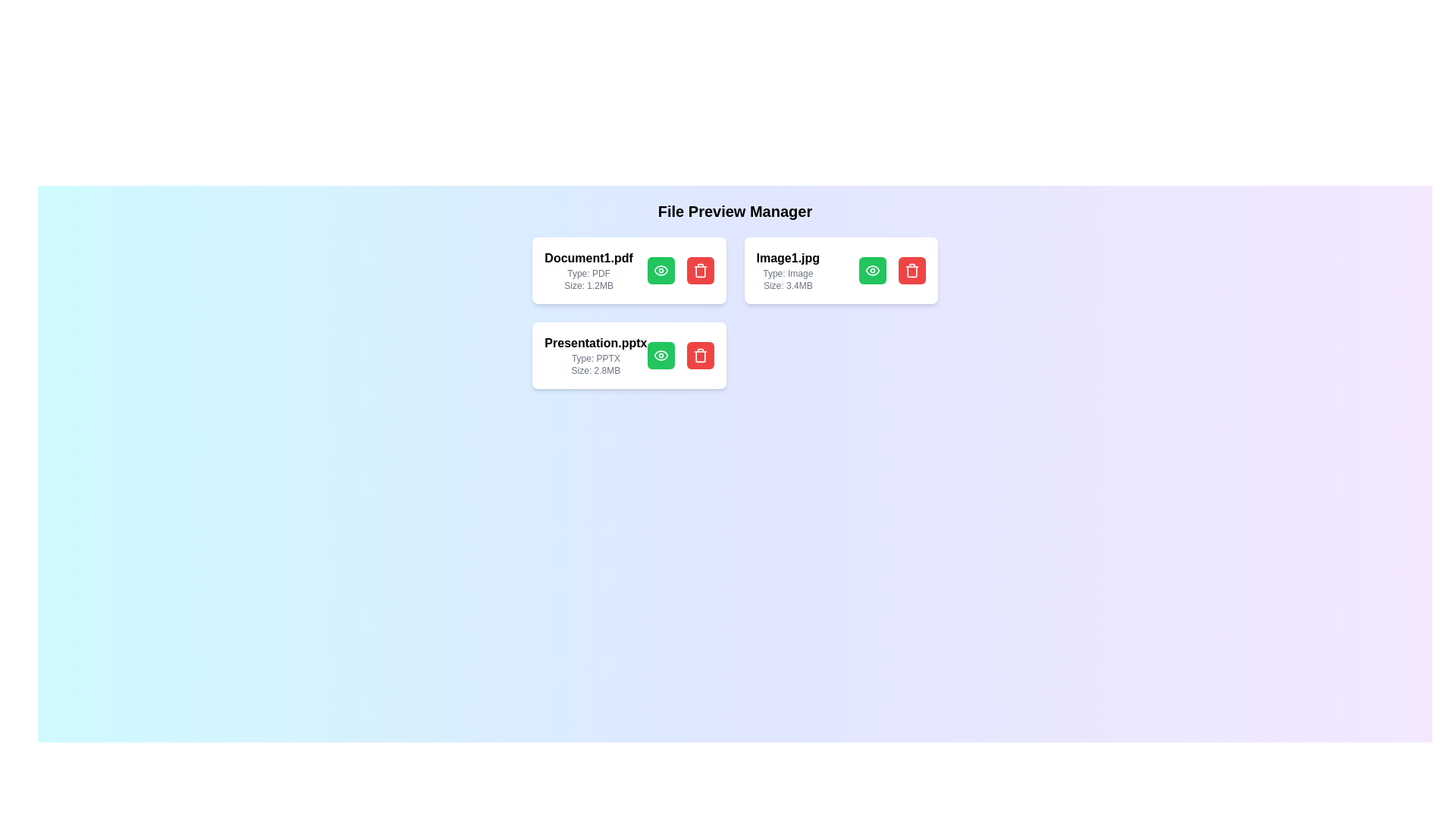  What do you see at coordinates (661, 270) in the screenshot?
I see `the eye icon button in the top-left quadrant of the item card for 'Document1.pdf'` at bounding box center [661, 270].